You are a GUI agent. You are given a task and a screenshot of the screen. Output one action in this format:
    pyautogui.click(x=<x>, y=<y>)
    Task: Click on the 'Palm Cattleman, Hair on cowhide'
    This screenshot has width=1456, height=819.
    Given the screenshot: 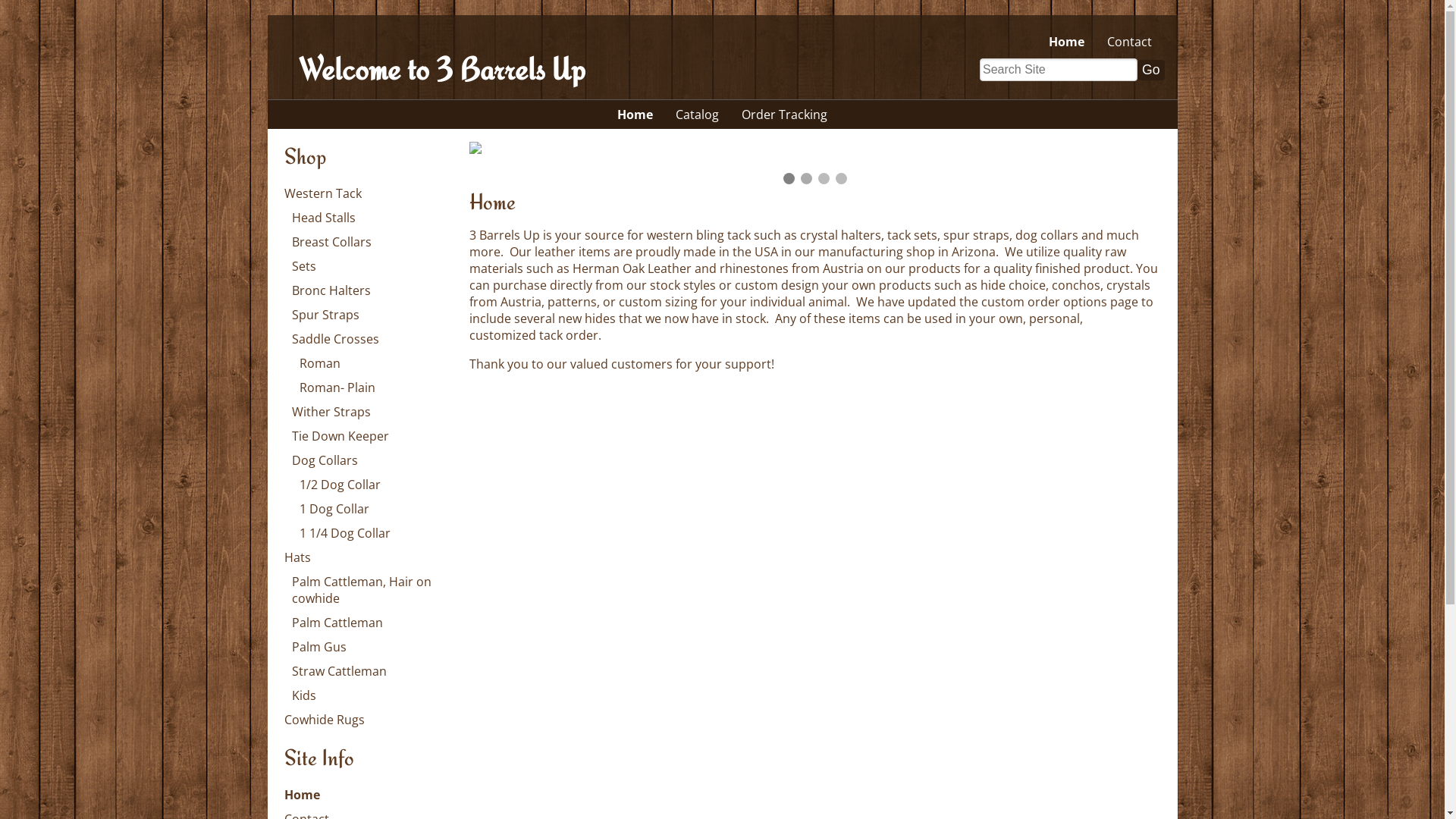 What is the action you would take?
    pyautogui.click(x=369, y=589)
    